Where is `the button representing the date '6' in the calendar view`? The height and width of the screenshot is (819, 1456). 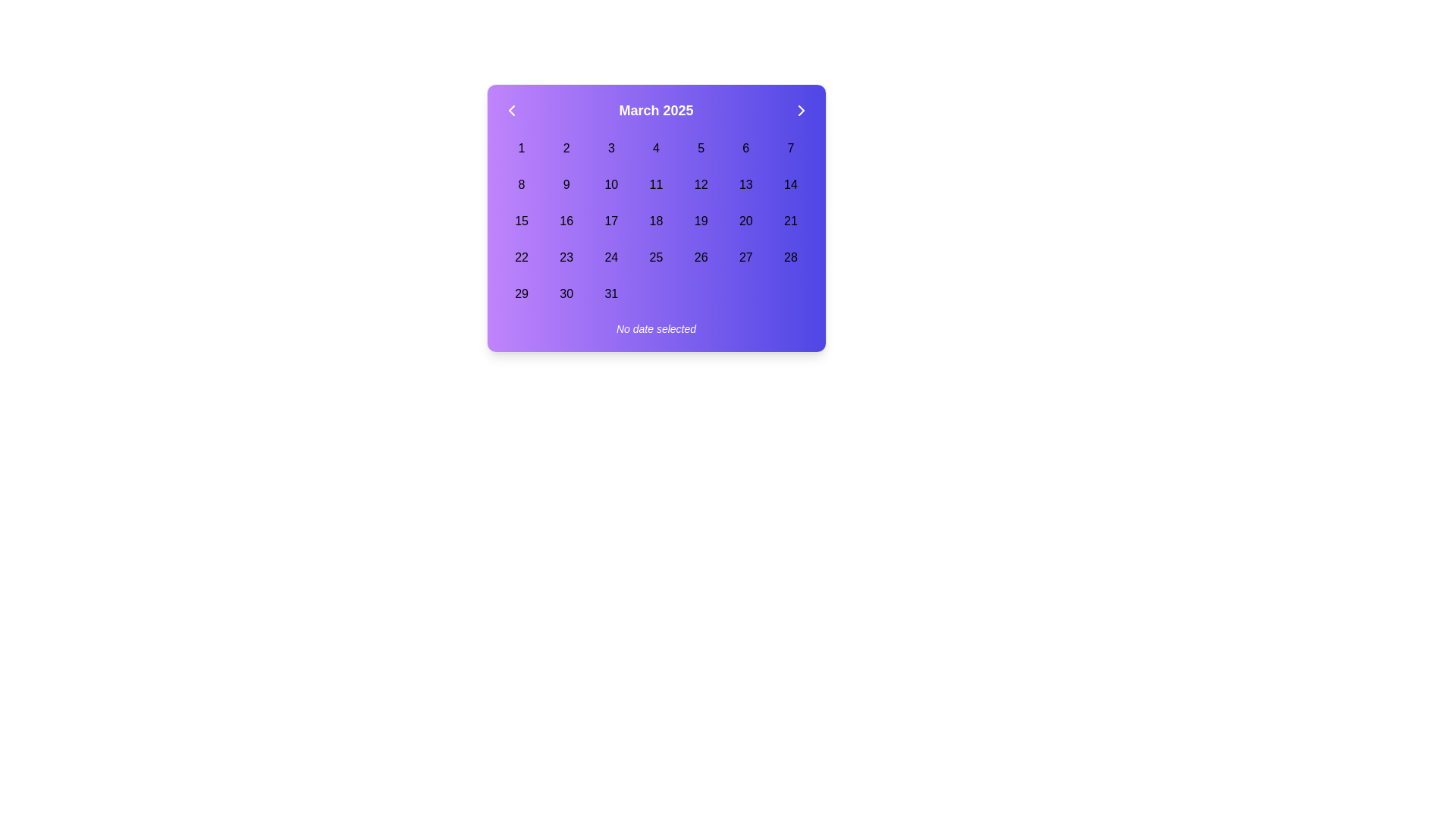 the button representing the date '6' in the calendar view is located at coordinates (745, 149).